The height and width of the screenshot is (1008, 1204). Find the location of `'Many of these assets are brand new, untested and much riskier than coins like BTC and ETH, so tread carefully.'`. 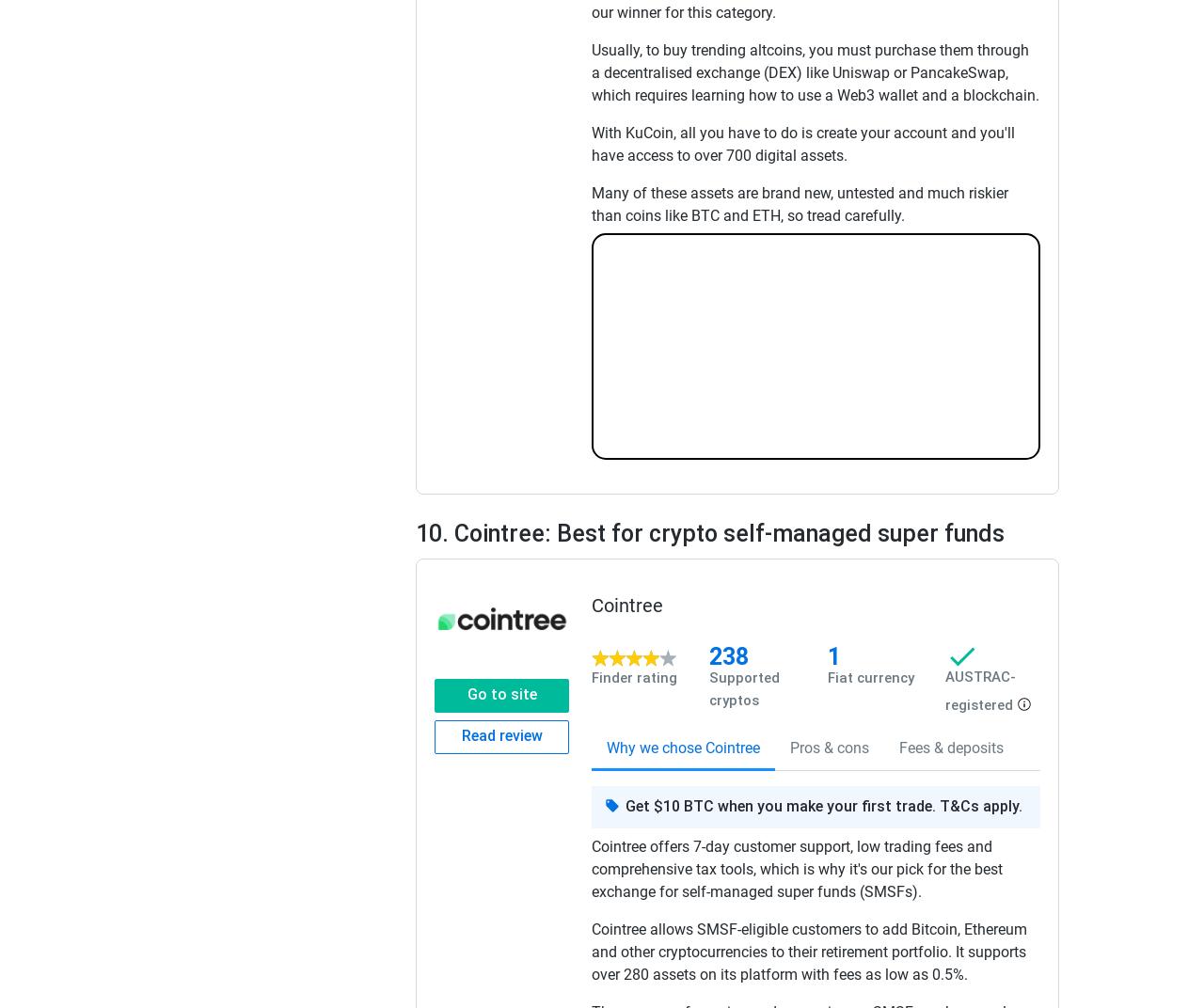

'Many of these assets are brand new, untested and much riskier than coins like BTC and ETH, so tread carefully.' is located at coordinates (800, 204).